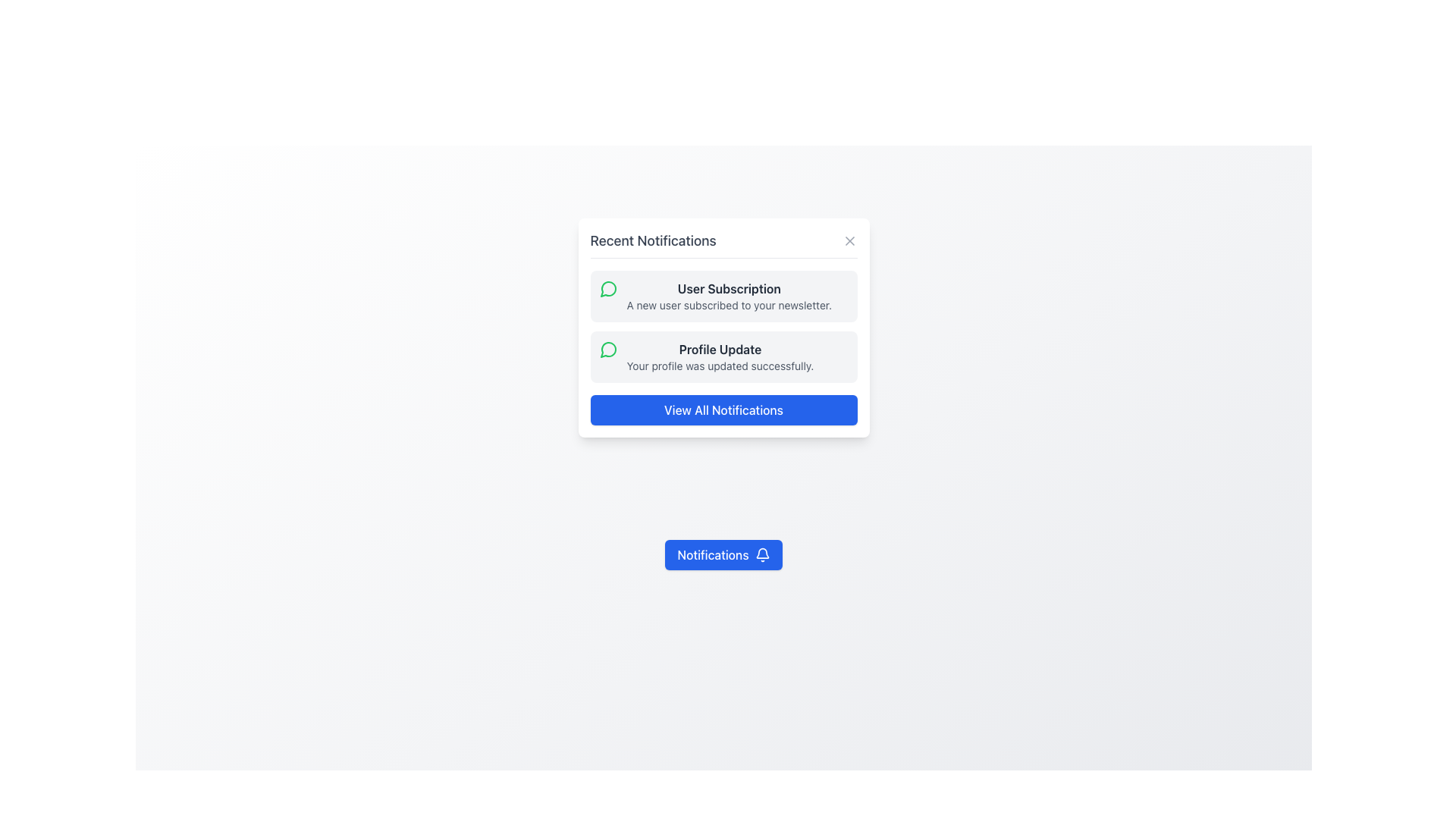 This screenshot has height=819, width=1456. I want to click on the second notification entry about the profile update event, located below 'User Subscription' and above 'View All Notifications', so click(720, 356).